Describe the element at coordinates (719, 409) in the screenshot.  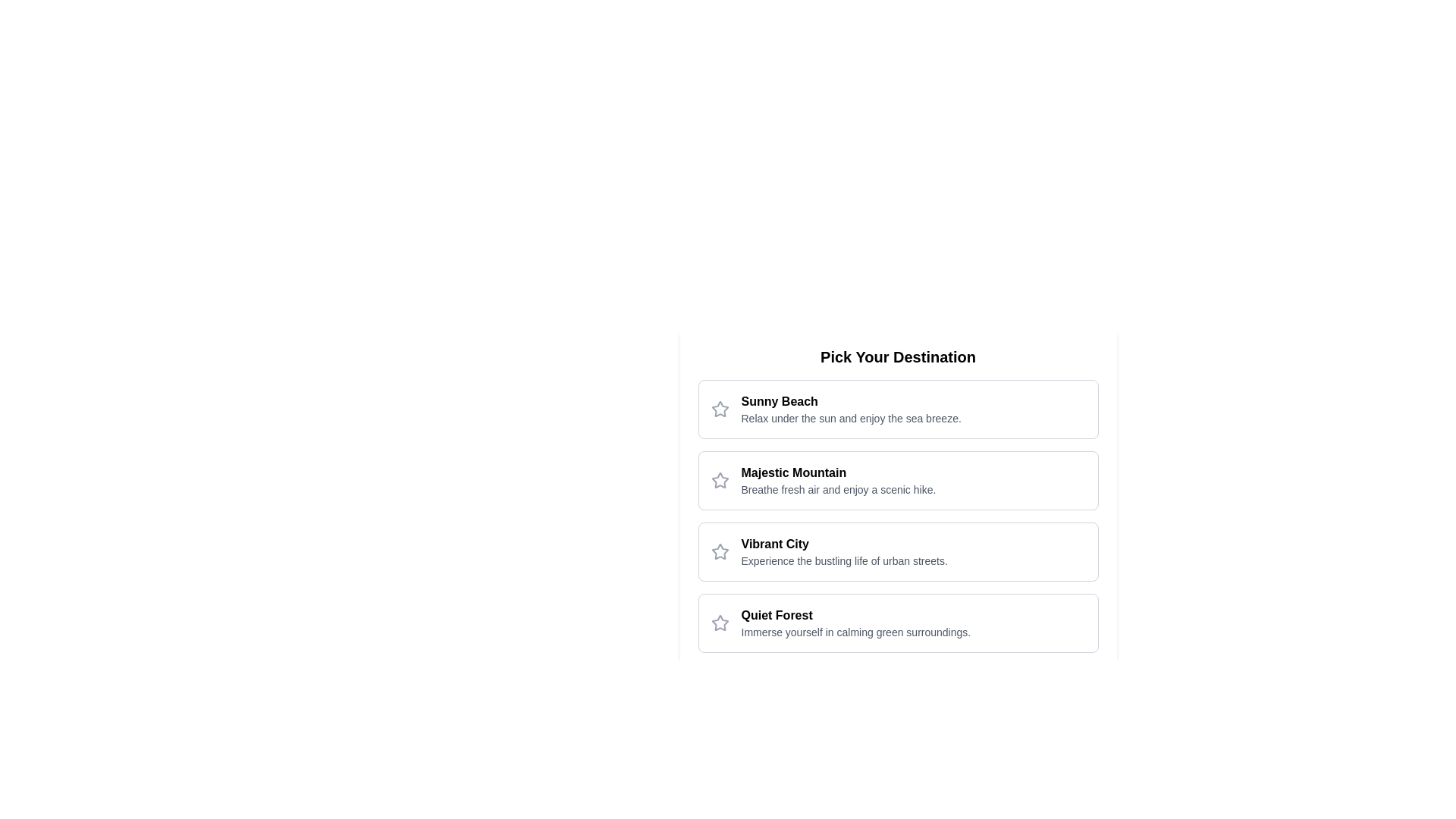
I see `the interactive rating or selection icon located at the left edge of the 'Sunny Beach' card, preceding the title text` at that location.